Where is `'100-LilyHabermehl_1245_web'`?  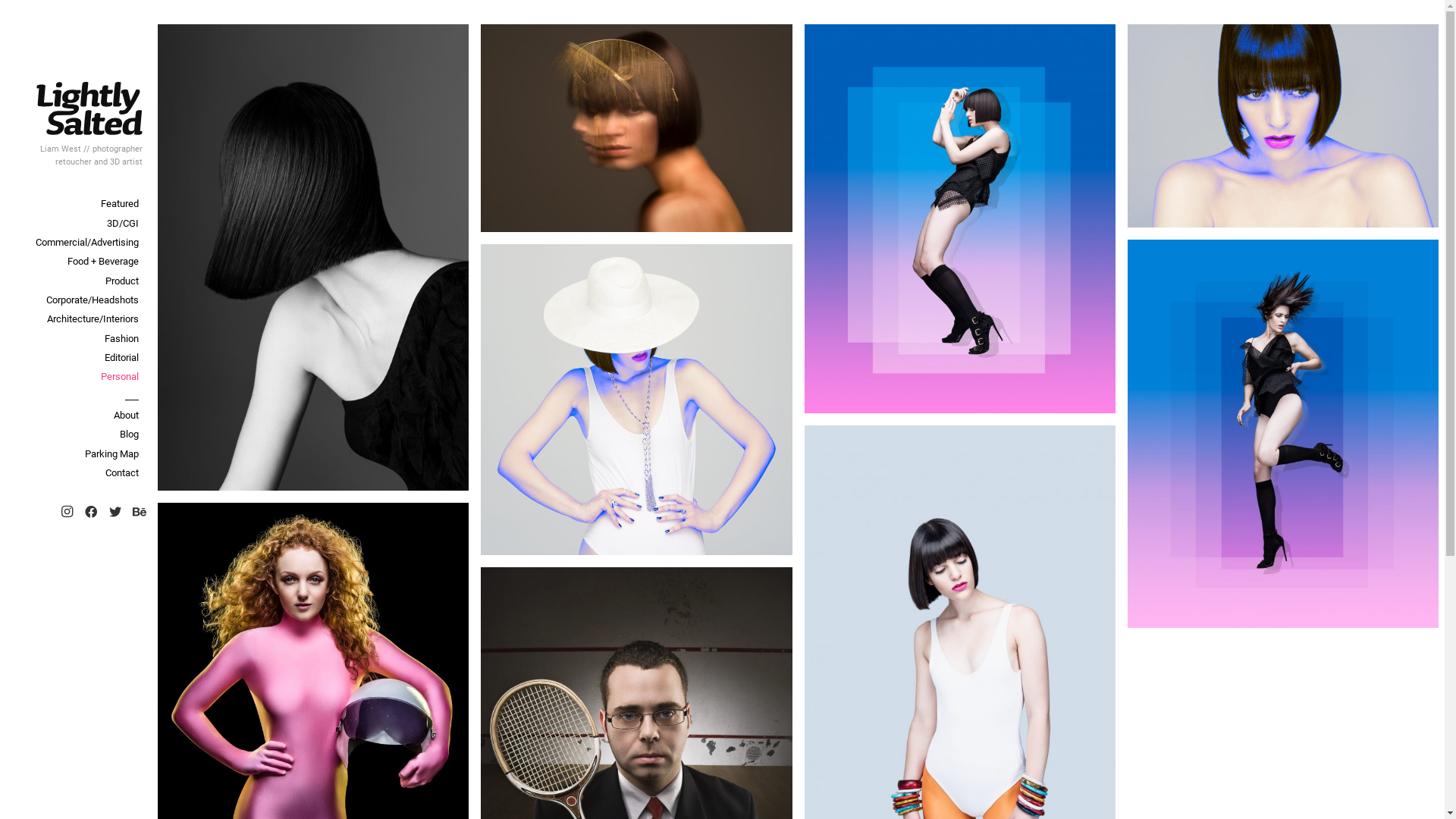 '100-LilyHabermehl_1245_web' is located at coordinates (312, 256).